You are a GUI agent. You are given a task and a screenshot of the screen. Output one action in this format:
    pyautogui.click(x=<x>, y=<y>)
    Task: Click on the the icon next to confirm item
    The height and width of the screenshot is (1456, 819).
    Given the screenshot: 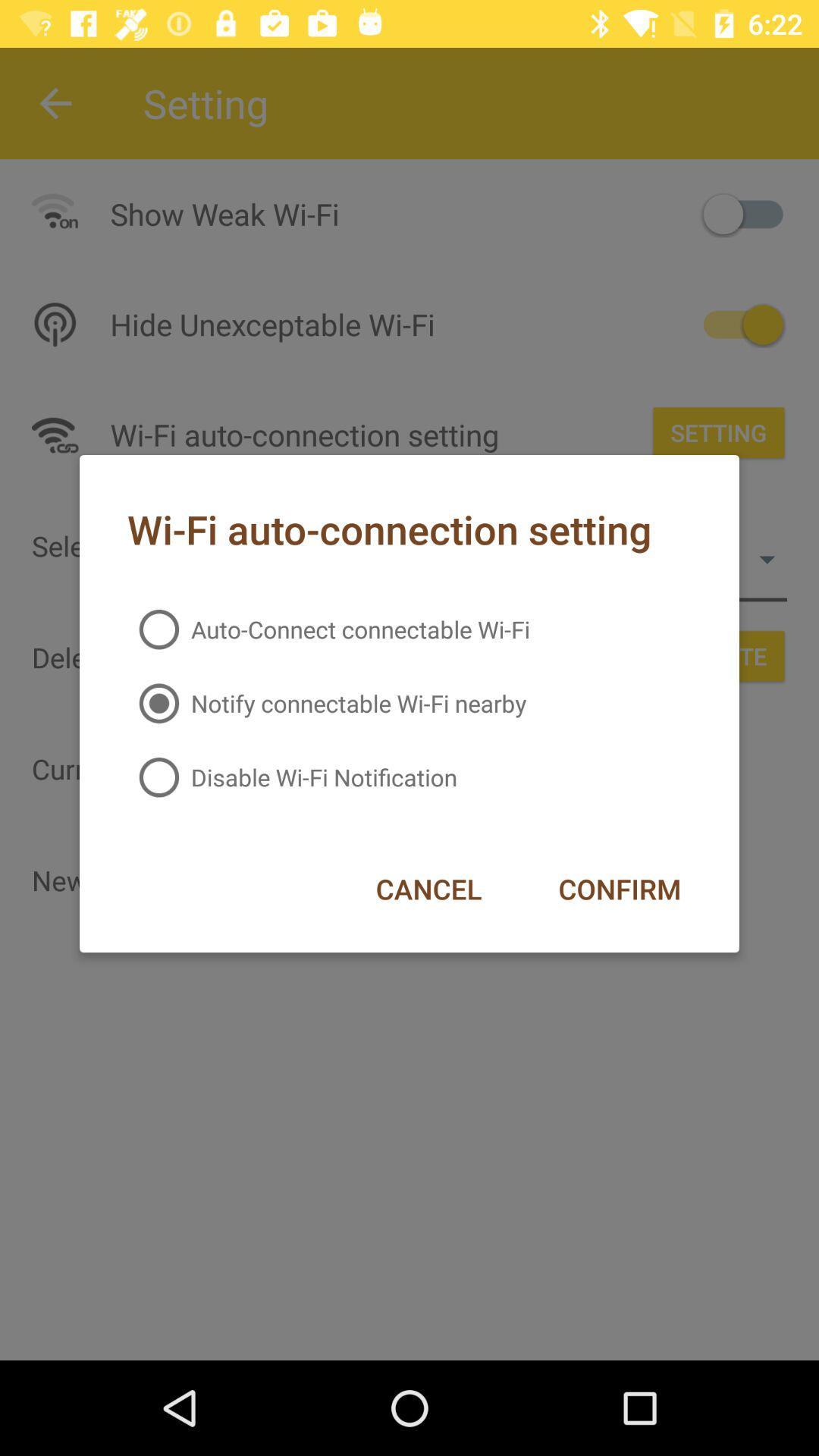 What is the action you would take?
    pyautogui.click(x=428, y=889)
    